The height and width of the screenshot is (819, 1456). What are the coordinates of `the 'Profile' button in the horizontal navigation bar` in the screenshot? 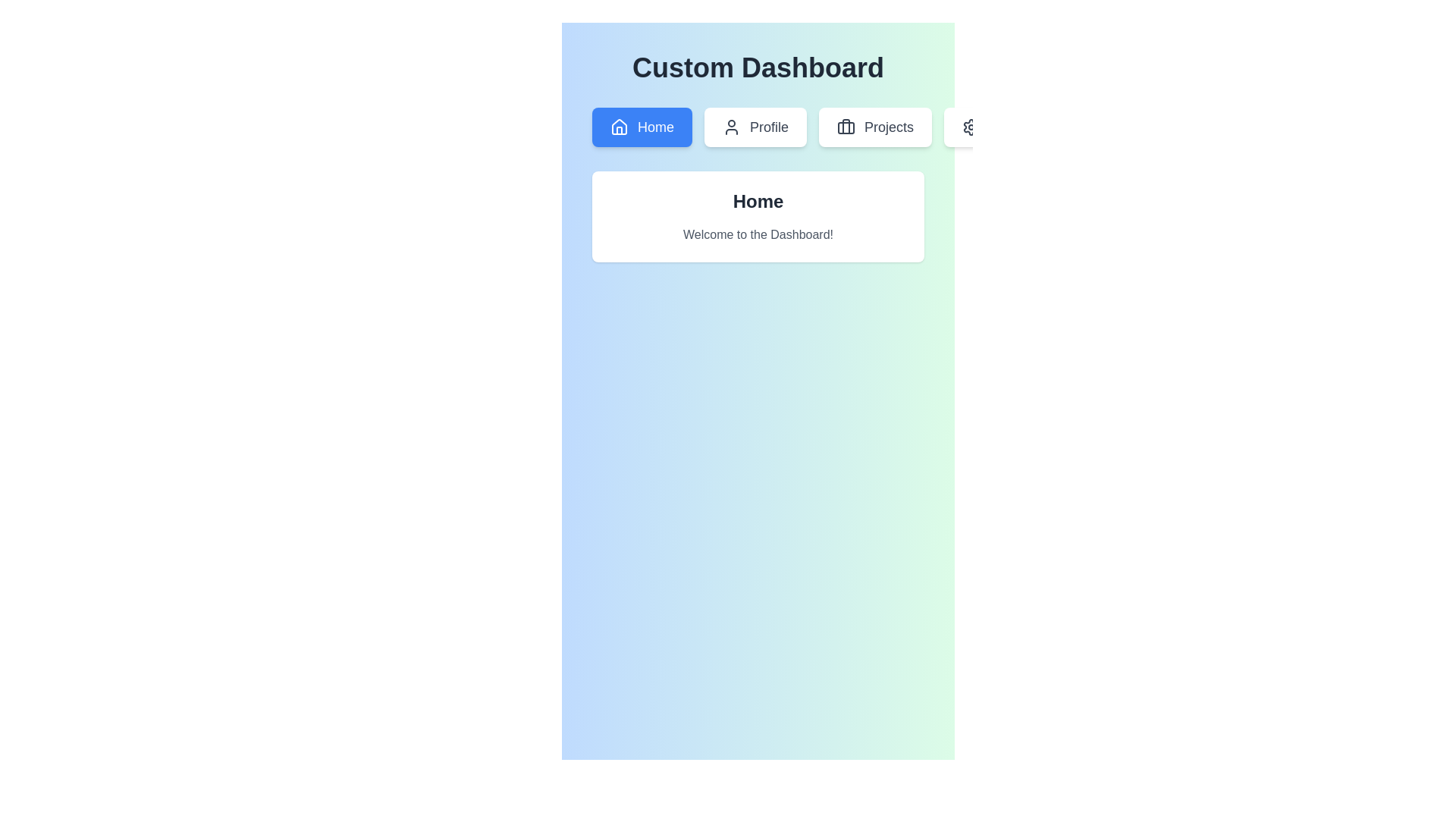 It's located at (758, 127).